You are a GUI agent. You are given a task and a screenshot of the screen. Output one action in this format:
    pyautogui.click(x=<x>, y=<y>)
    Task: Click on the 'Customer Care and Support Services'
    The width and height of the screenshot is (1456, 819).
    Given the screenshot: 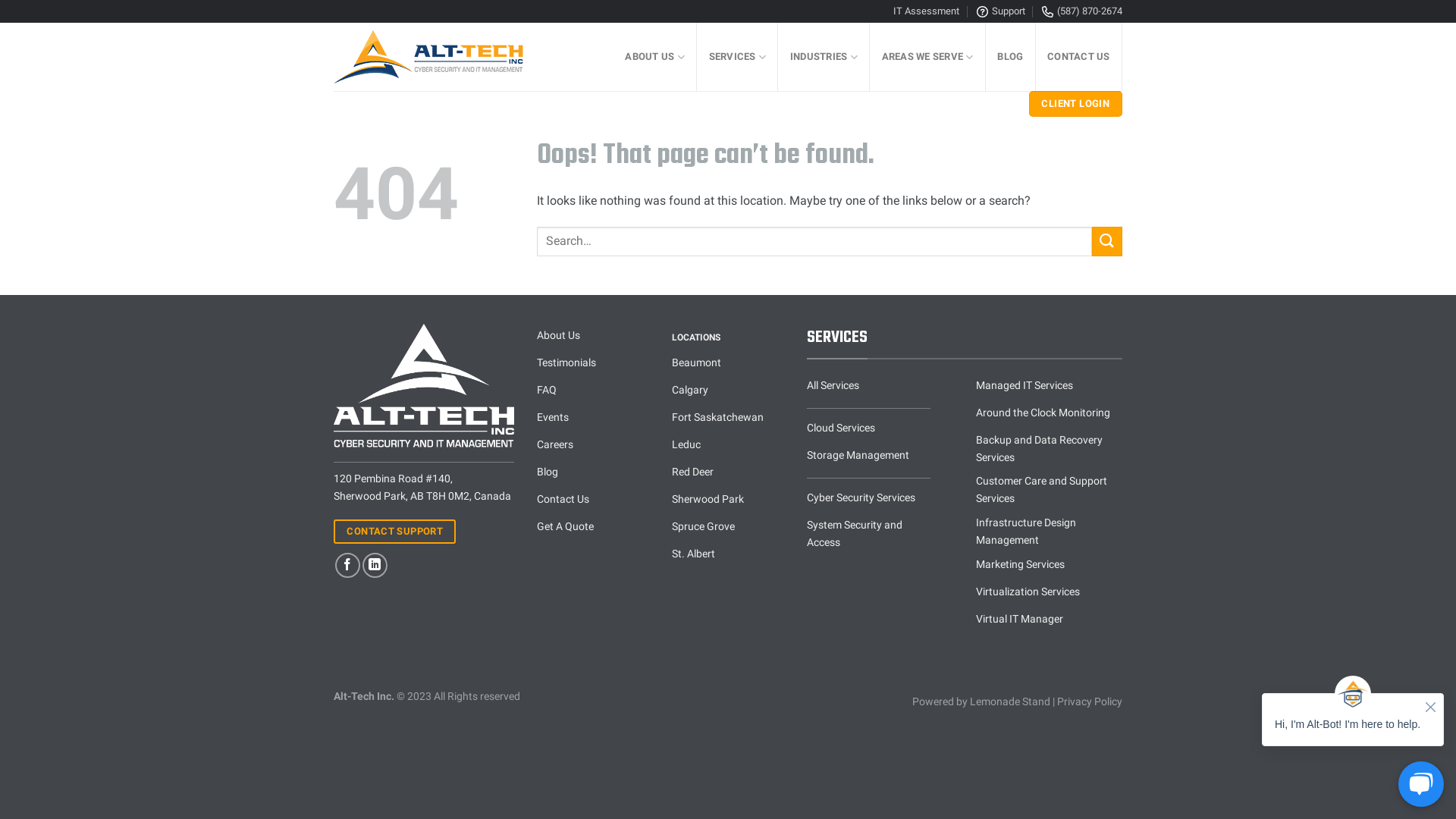 What is the action you would take?
    pyautogui.click(x=1048, y=490)
    